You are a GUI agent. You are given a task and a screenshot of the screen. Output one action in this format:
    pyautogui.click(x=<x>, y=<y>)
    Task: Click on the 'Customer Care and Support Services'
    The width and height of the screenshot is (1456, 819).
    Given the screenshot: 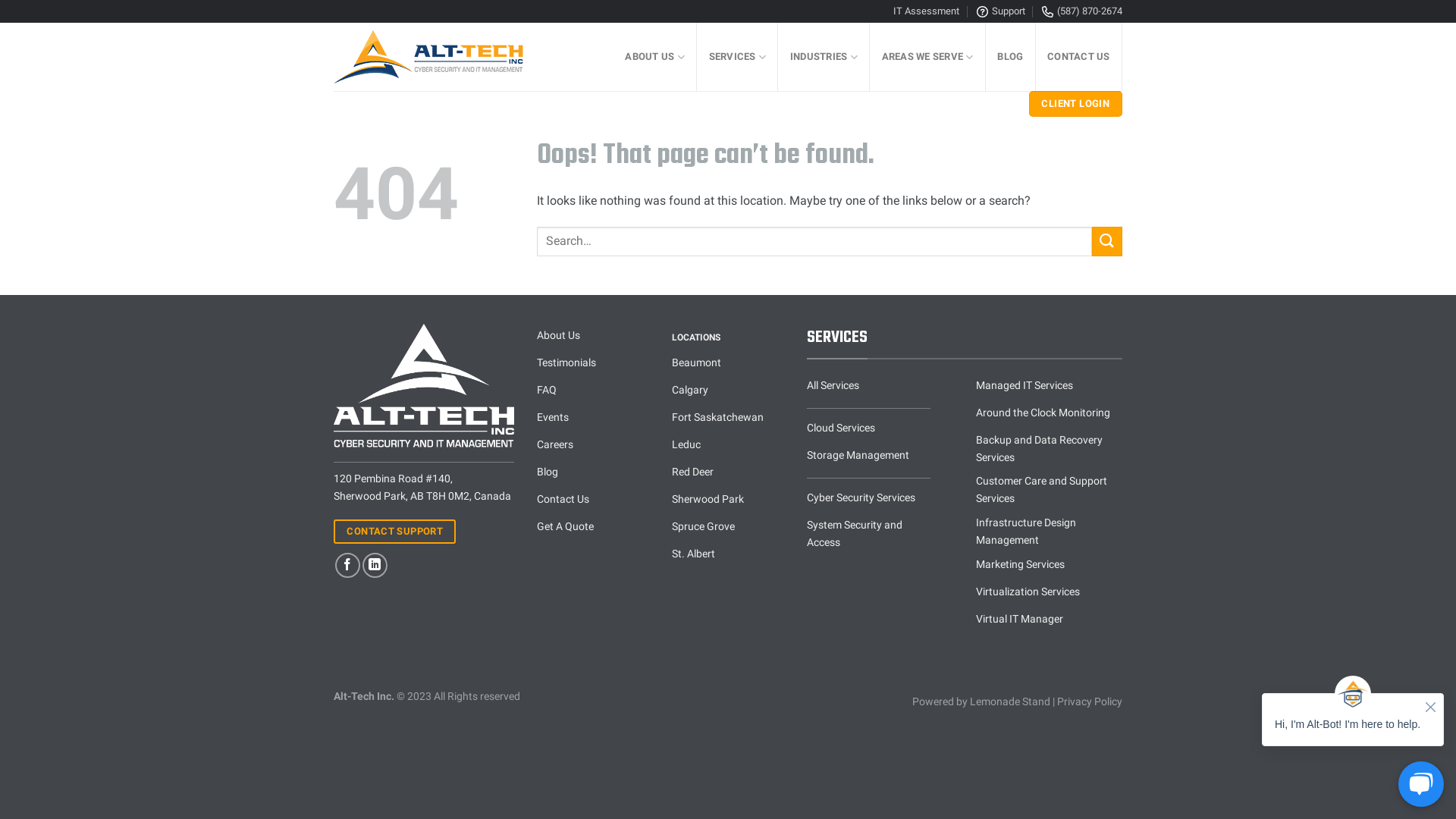 What is the action you would take?
    pyautogui.click(x=1048, y=490)
    